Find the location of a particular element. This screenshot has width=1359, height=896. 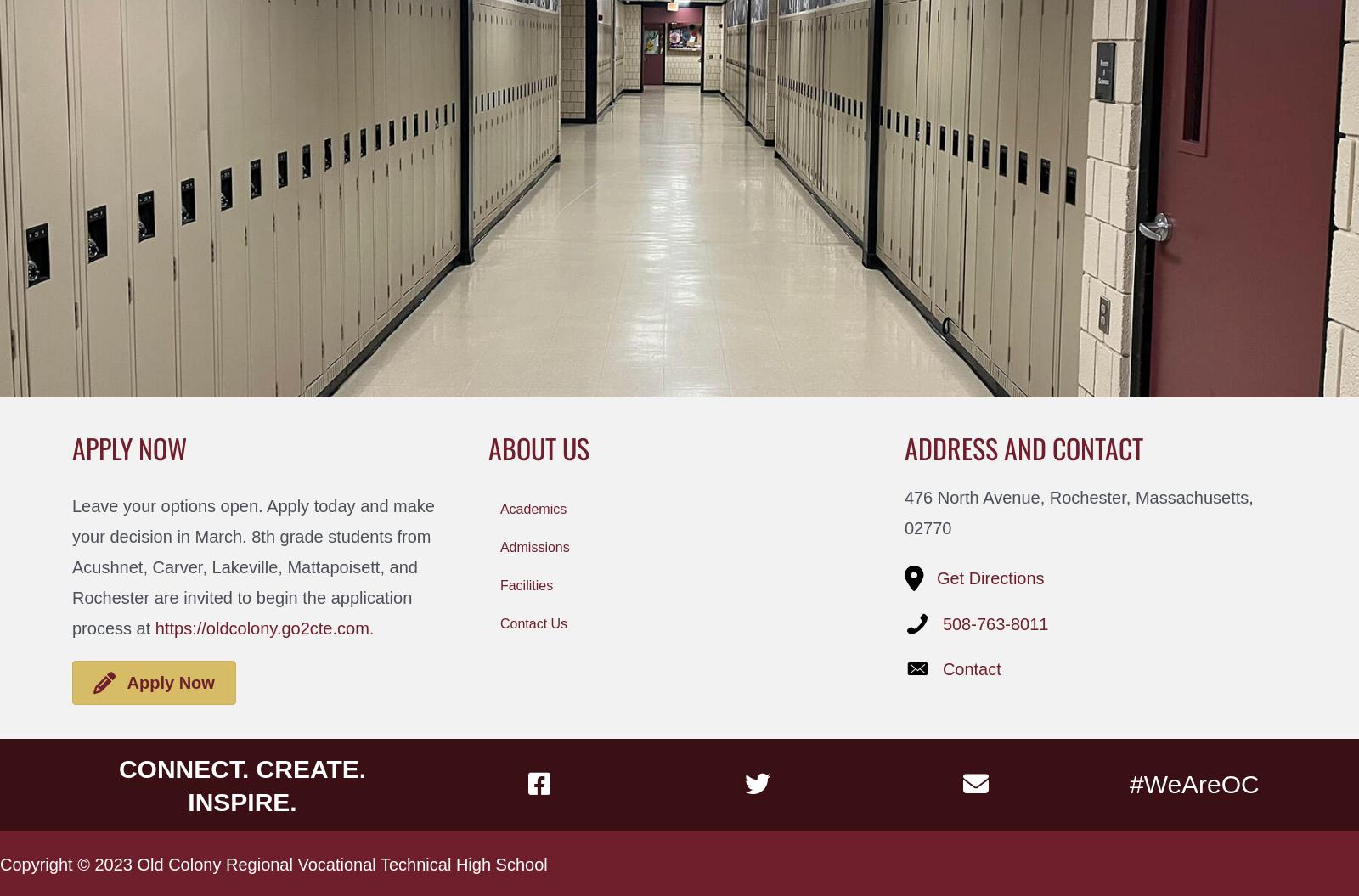

'Contact' is located at coordinates (971, 668).